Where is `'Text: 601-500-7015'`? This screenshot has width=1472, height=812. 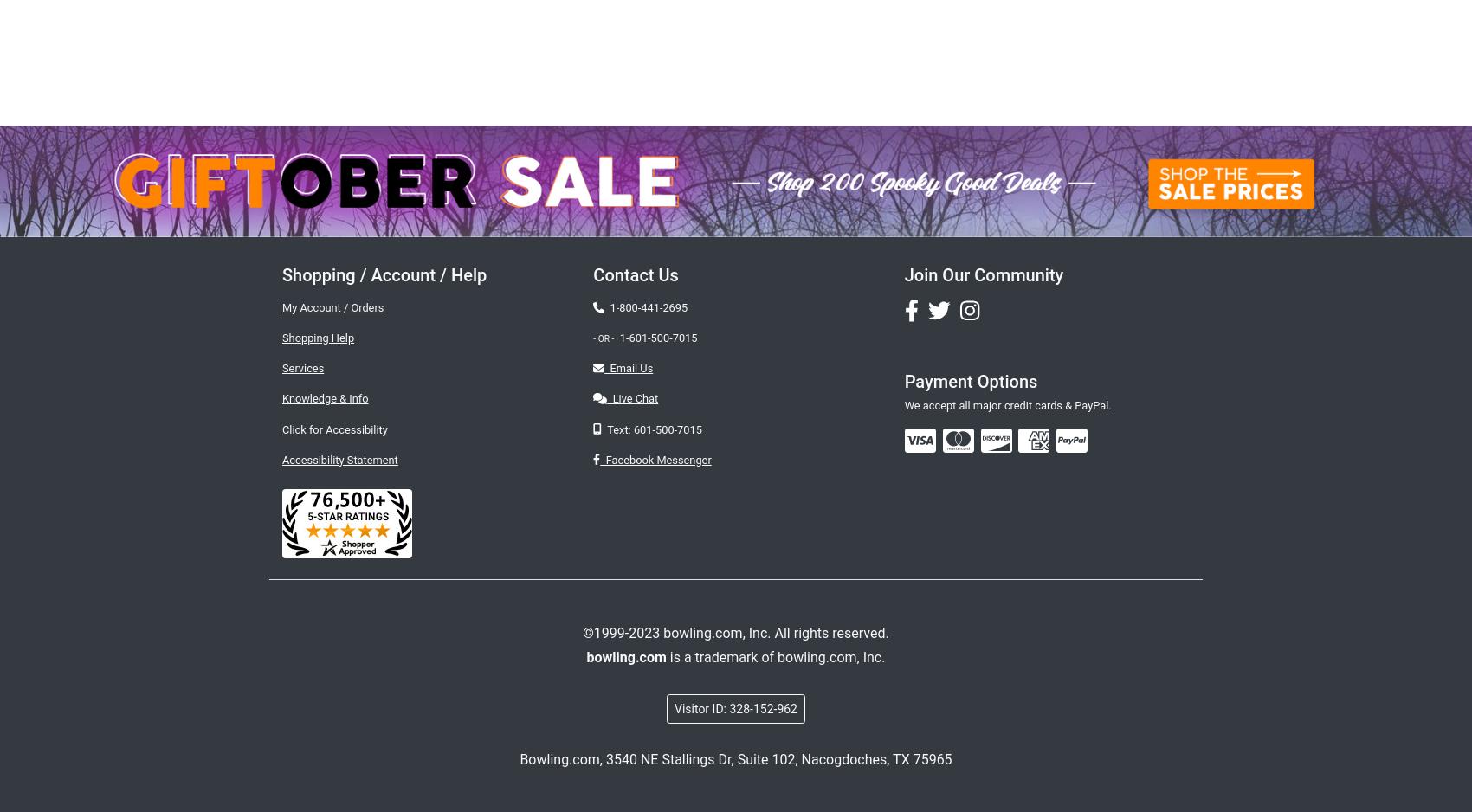
'Text: 601-500-7015' is located at coordinates (650, 429).